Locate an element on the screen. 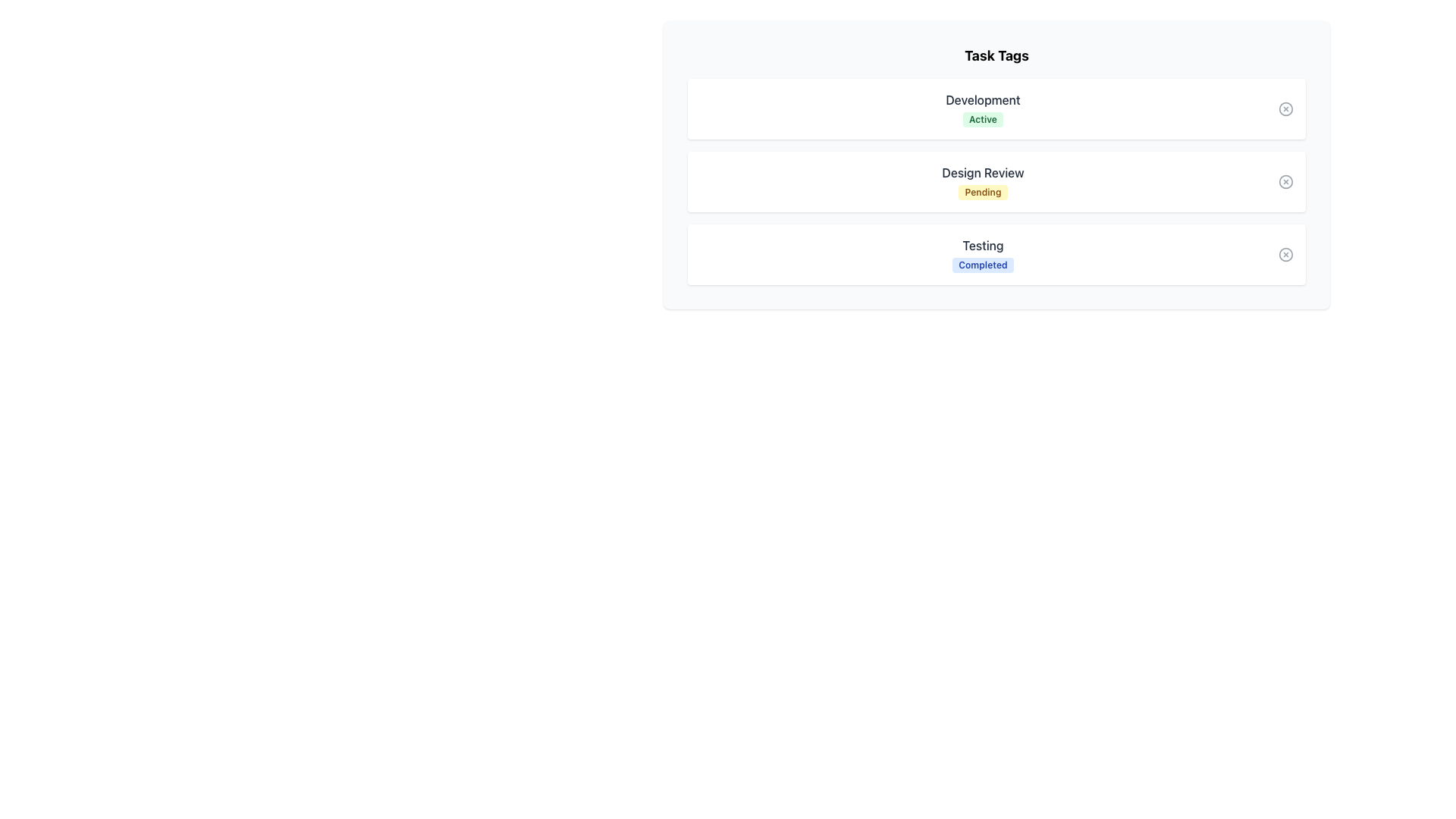 The image size is (1456, 819). the status tag of the completed task labeled 'Testing' located in the third row of the 'Task Tags' section is located at coordinates (983, 253).